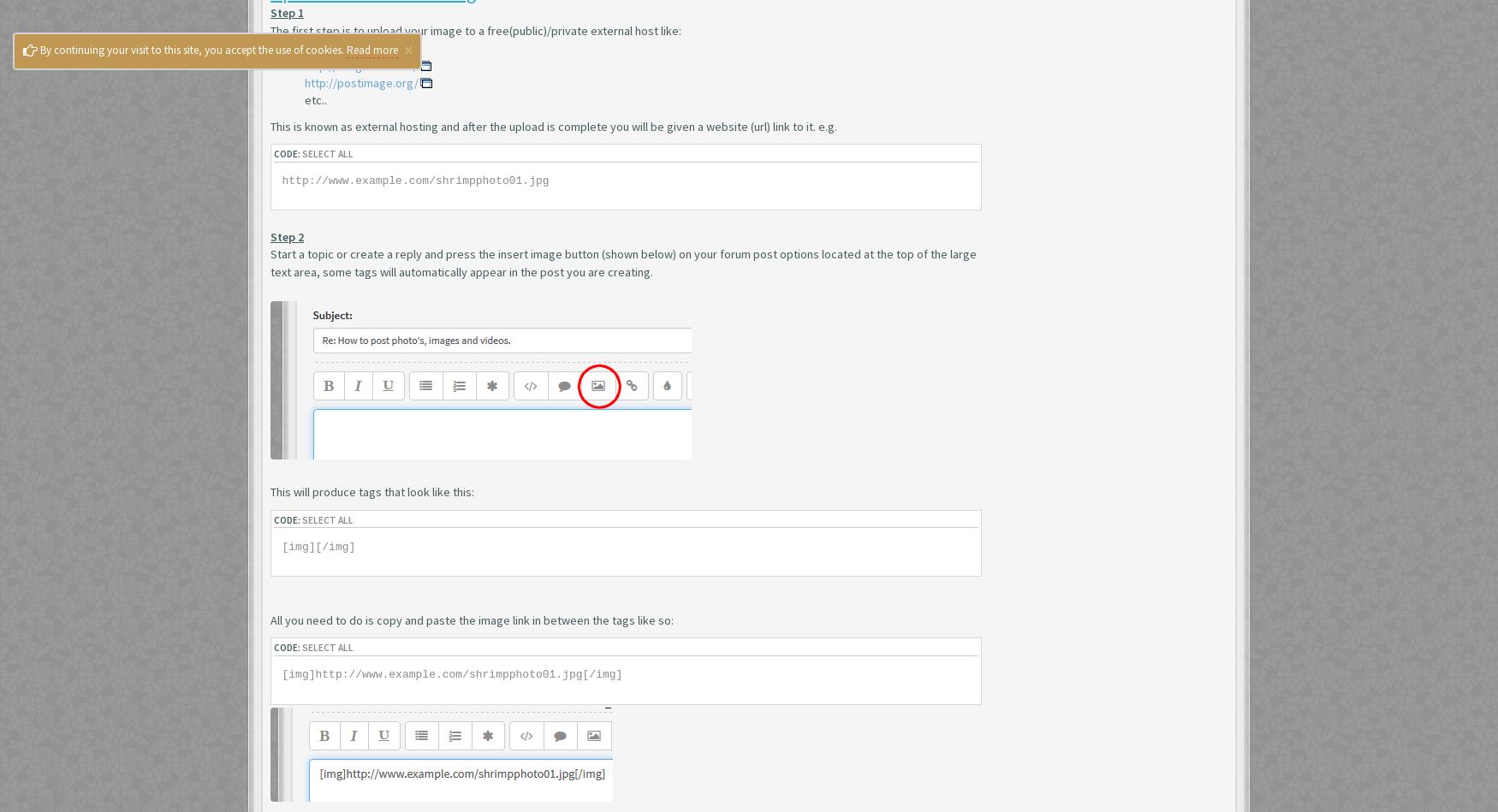 The image size is (1498, 812). What do you see at coordinates (474, 30) in the screenshot?
I see `'The first step is to upload your image to a free(public)/private external host like:'` at bounding box center [474, 30].